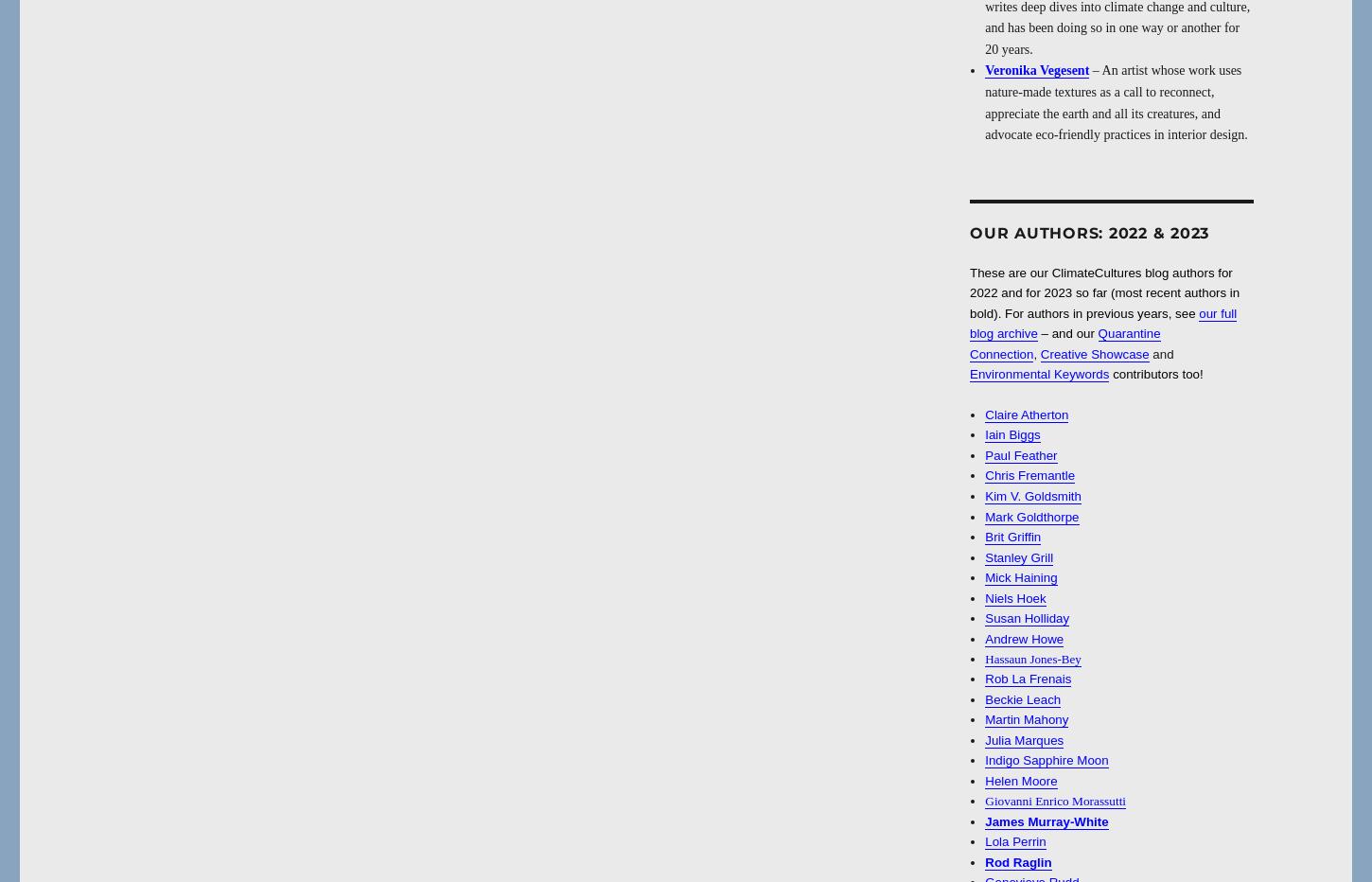 This screenshot has width=1372, height=882. Describe the element at coordinates (1020, 453) in the screenshot. I see `'Paul Feather'` at that location.